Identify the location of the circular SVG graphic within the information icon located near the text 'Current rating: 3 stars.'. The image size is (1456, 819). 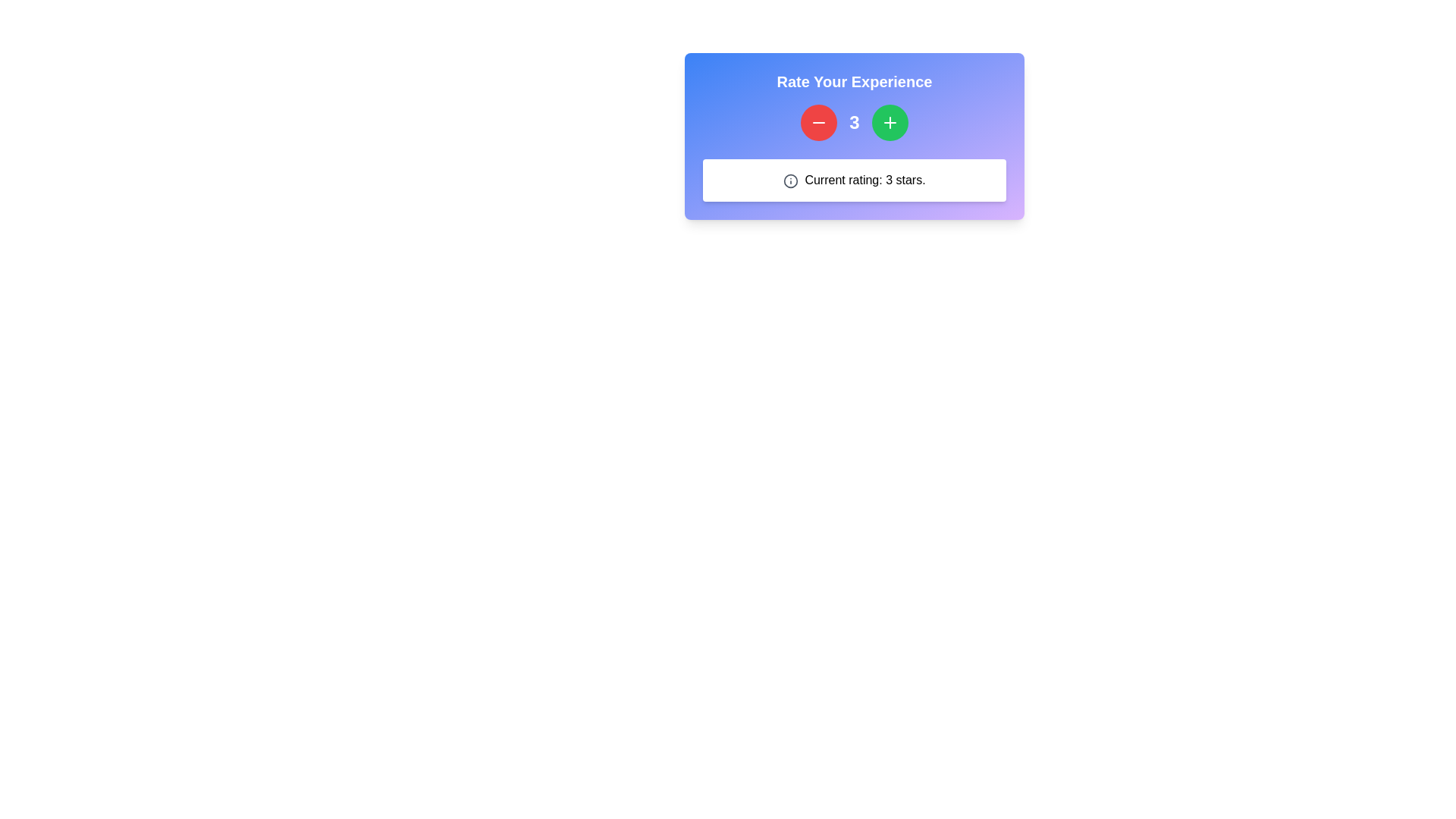
(790, 180).